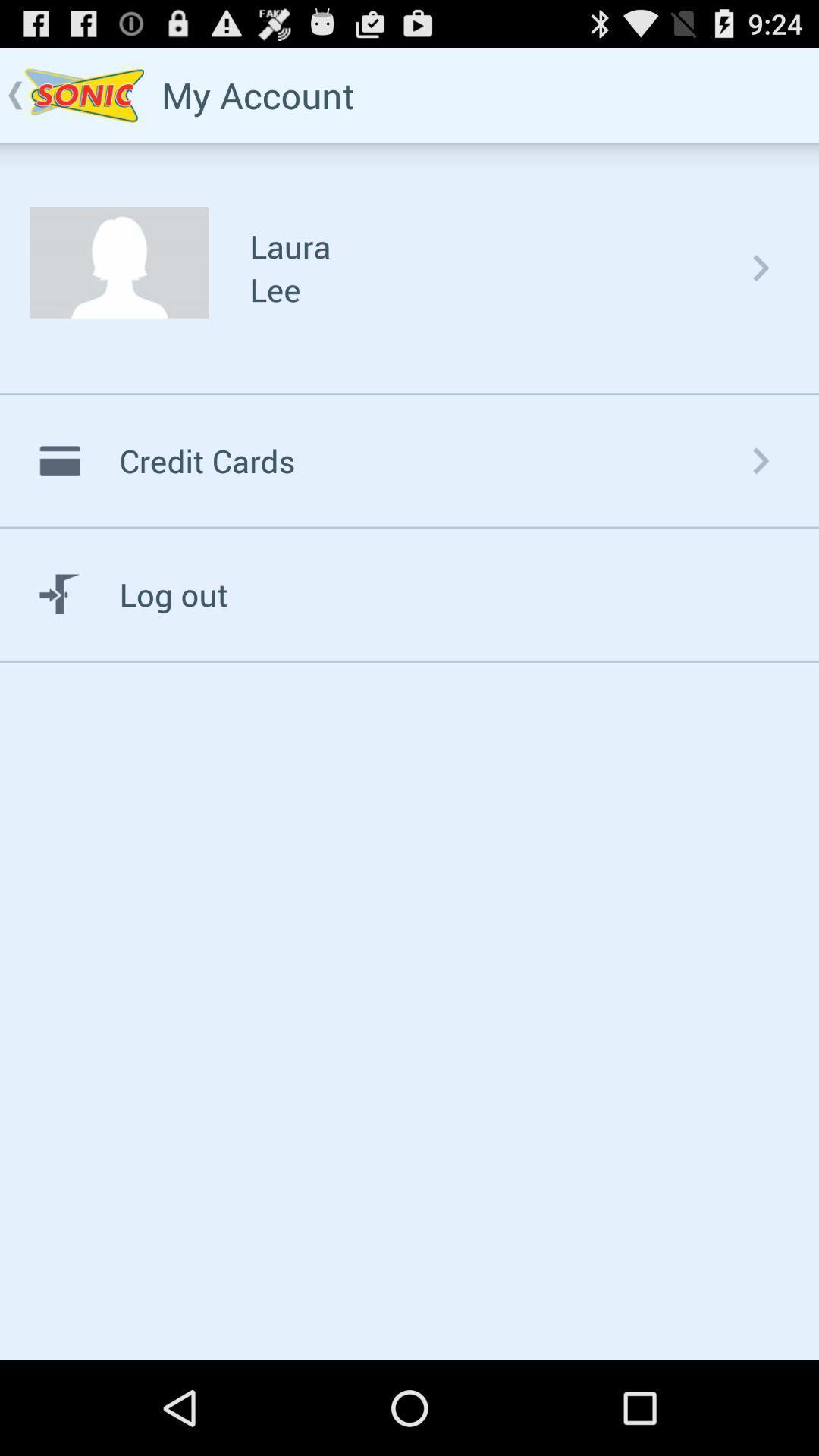  Describe the element at coordinates (119, 262) in the screenshot. I see `the empty photo image to the left of laura lee text` at that location.